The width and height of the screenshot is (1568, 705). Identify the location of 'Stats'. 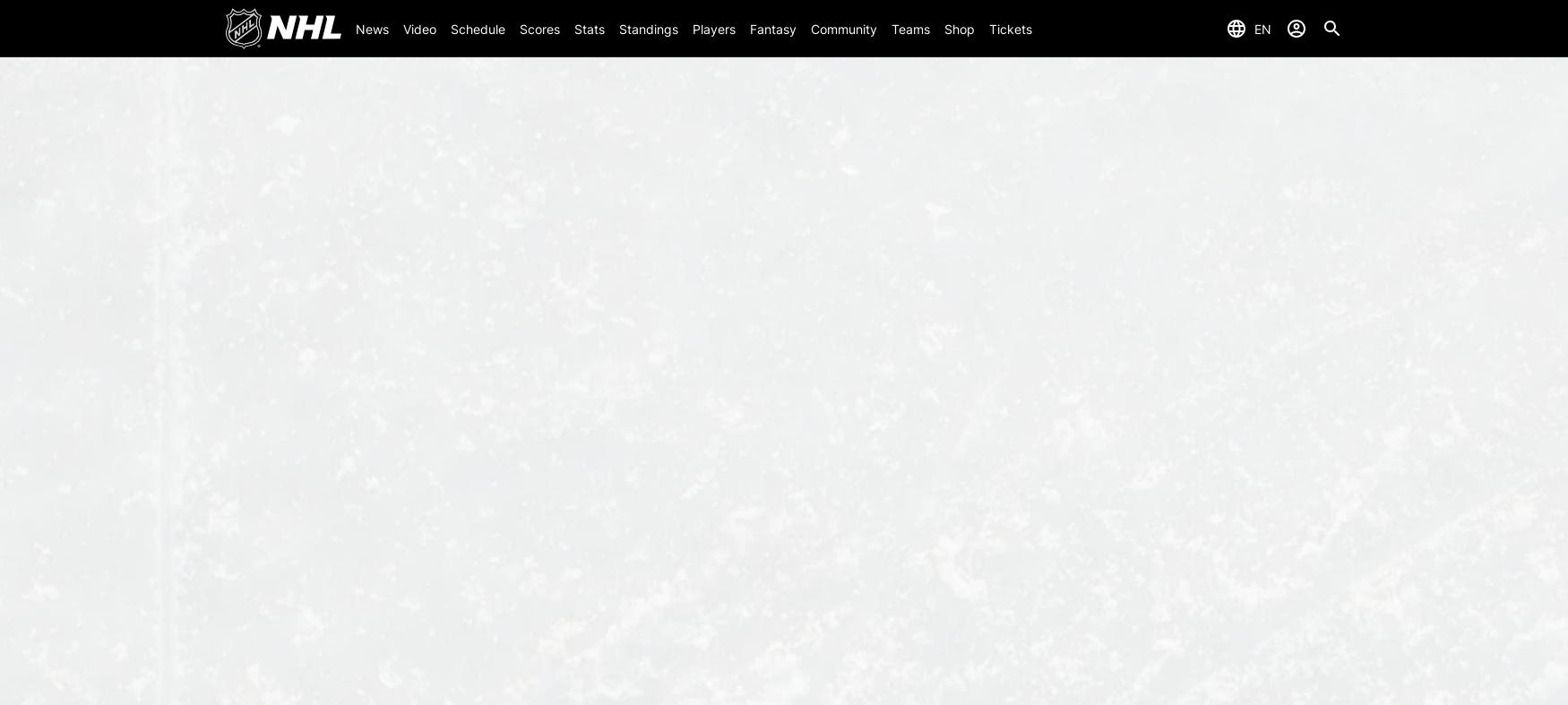
(587, 27).